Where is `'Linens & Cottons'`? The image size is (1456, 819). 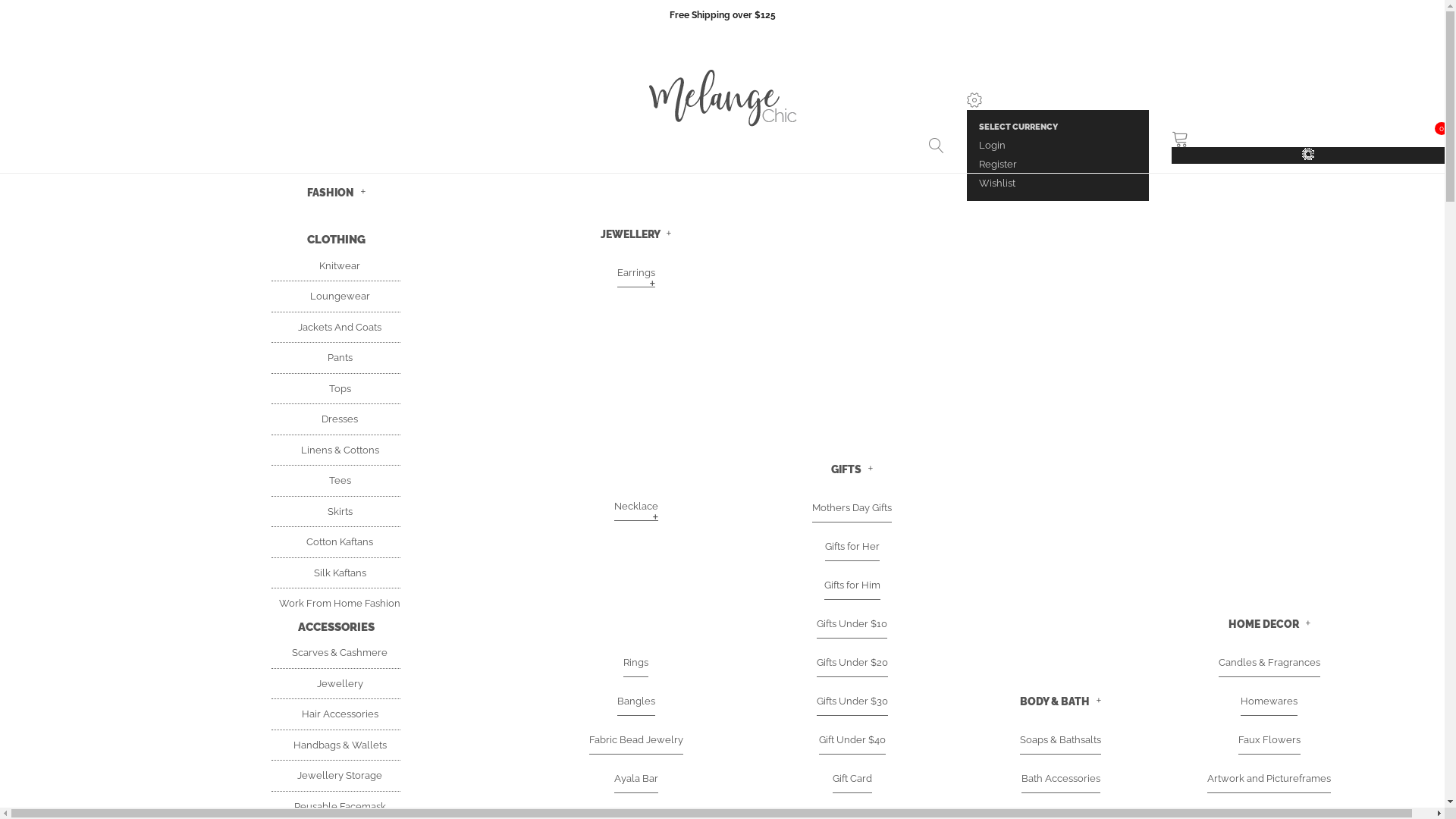 'Linens & Cottons' is located at coordinates (334, 449).